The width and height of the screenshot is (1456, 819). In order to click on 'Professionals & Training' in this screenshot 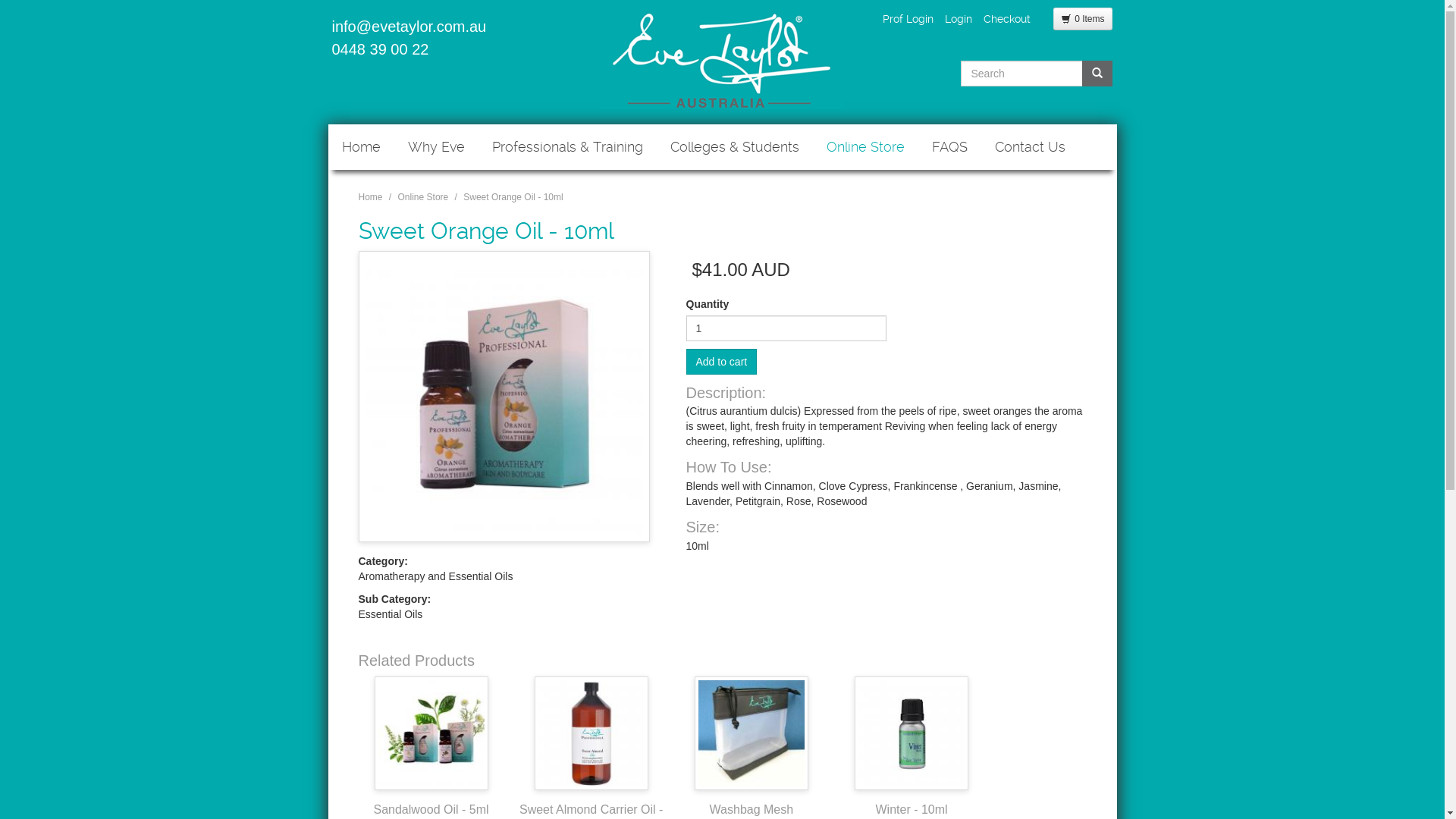, I will do `click(566, 146)`.